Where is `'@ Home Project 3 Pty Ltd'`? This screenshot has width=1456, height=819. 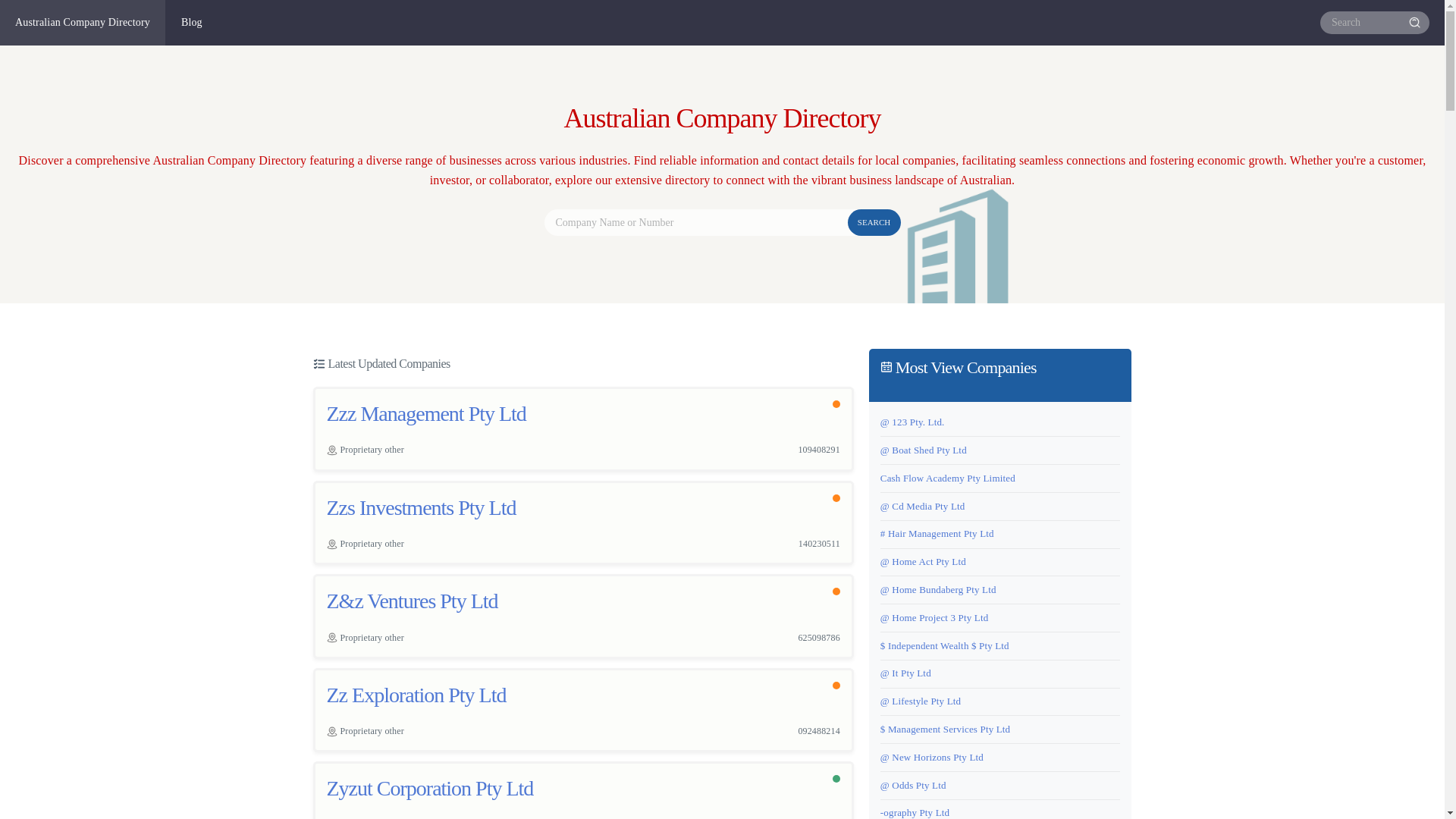 '@ Home Project 3 Pty Ltd' is located at coordinates (934, 617).